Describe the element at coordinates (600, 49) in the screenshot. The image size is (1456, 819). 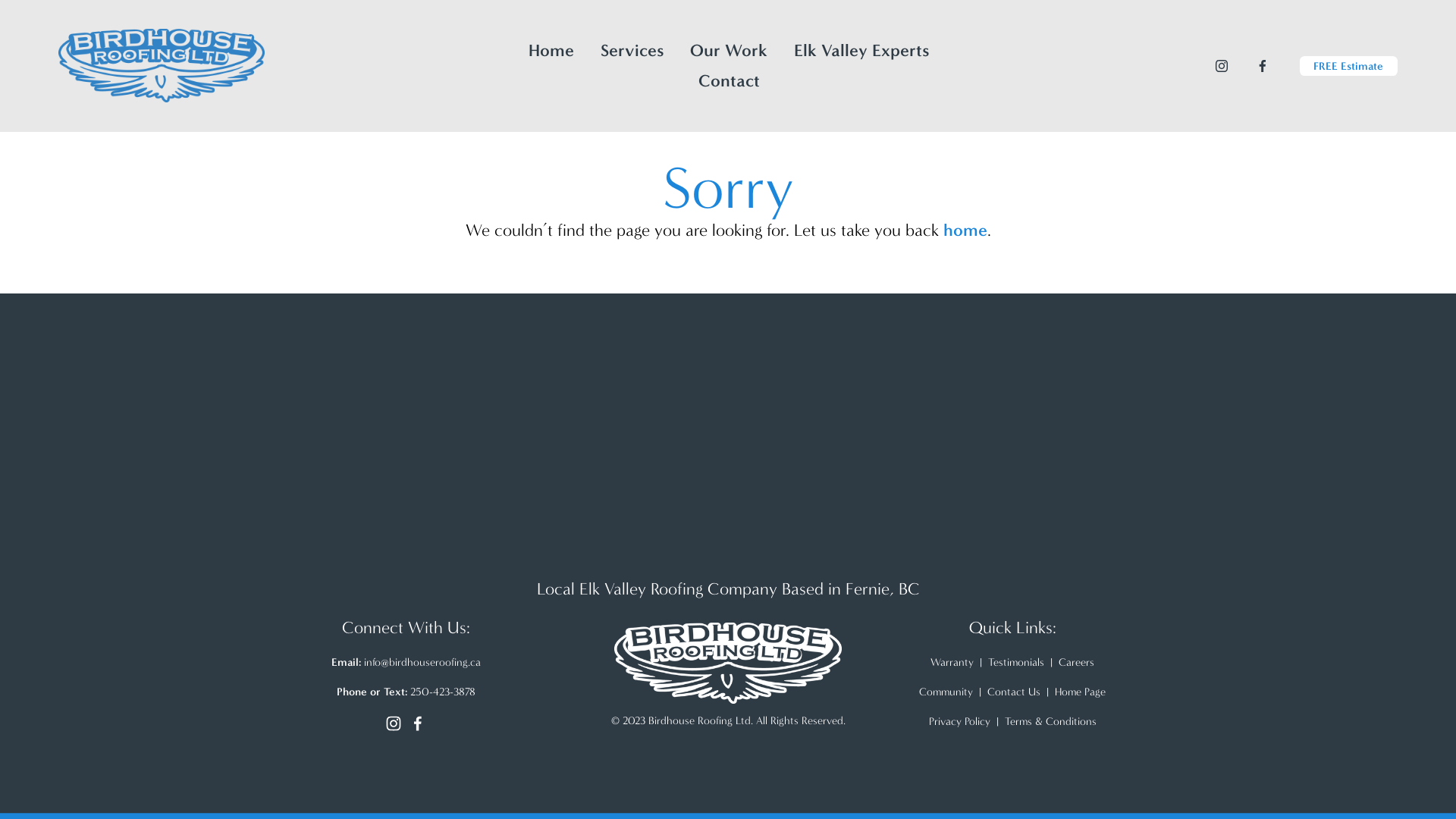
I see `'Services'` at that location.